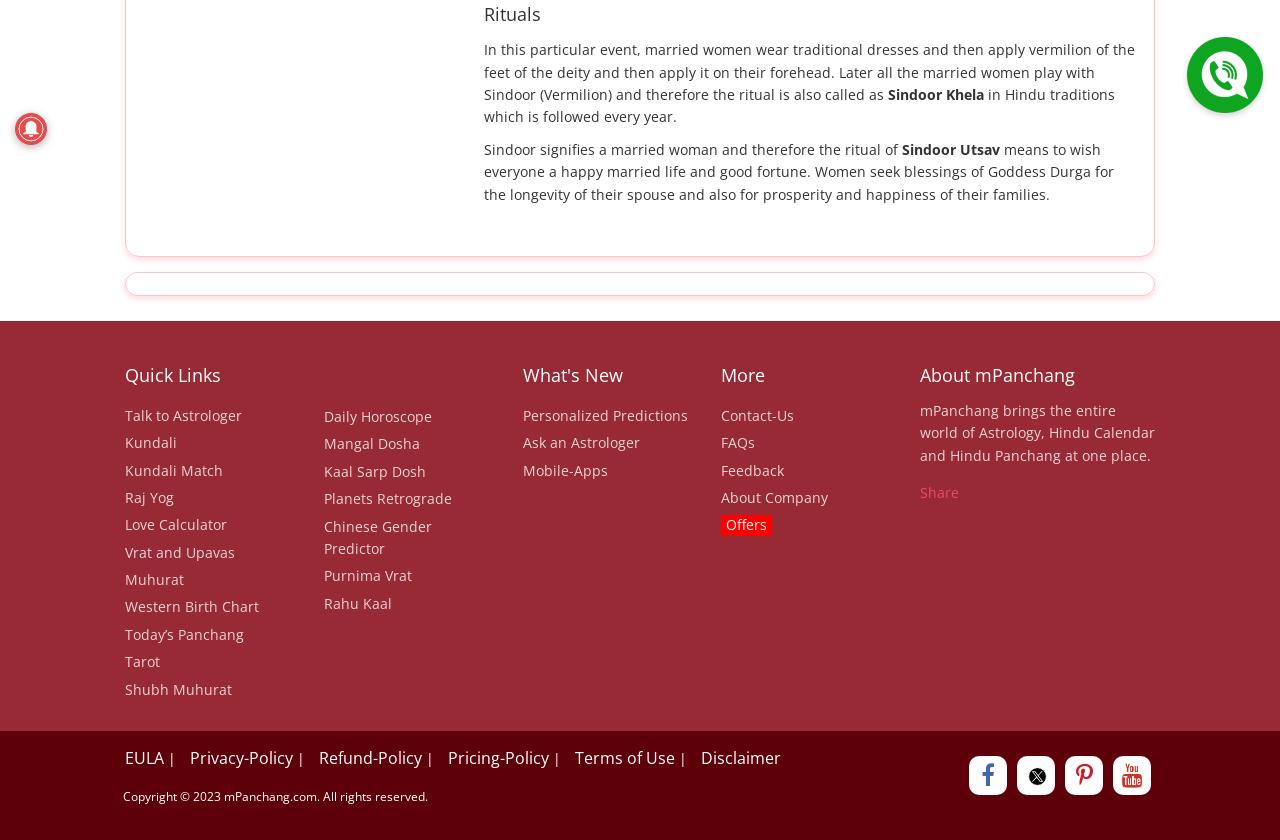 This screenshot has width=1280, height=840. Describe the element at coordinates (751, 469) in the screenshot. I see `'Feedback'` at that location.